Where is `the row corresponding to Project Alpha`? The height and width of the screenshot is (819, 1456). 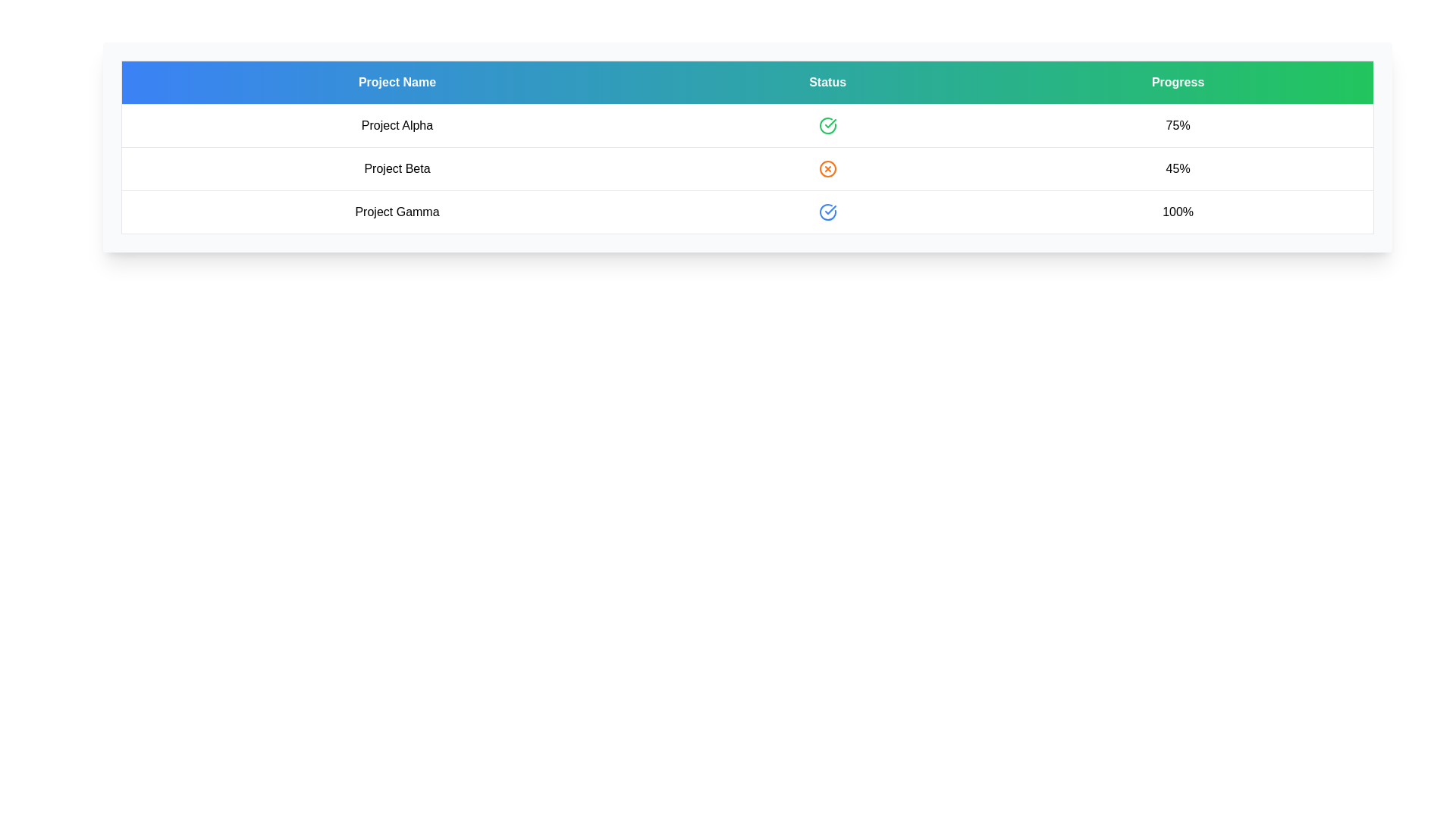 the row corresponding to Project Alpha is located at coordinates (747, 124).